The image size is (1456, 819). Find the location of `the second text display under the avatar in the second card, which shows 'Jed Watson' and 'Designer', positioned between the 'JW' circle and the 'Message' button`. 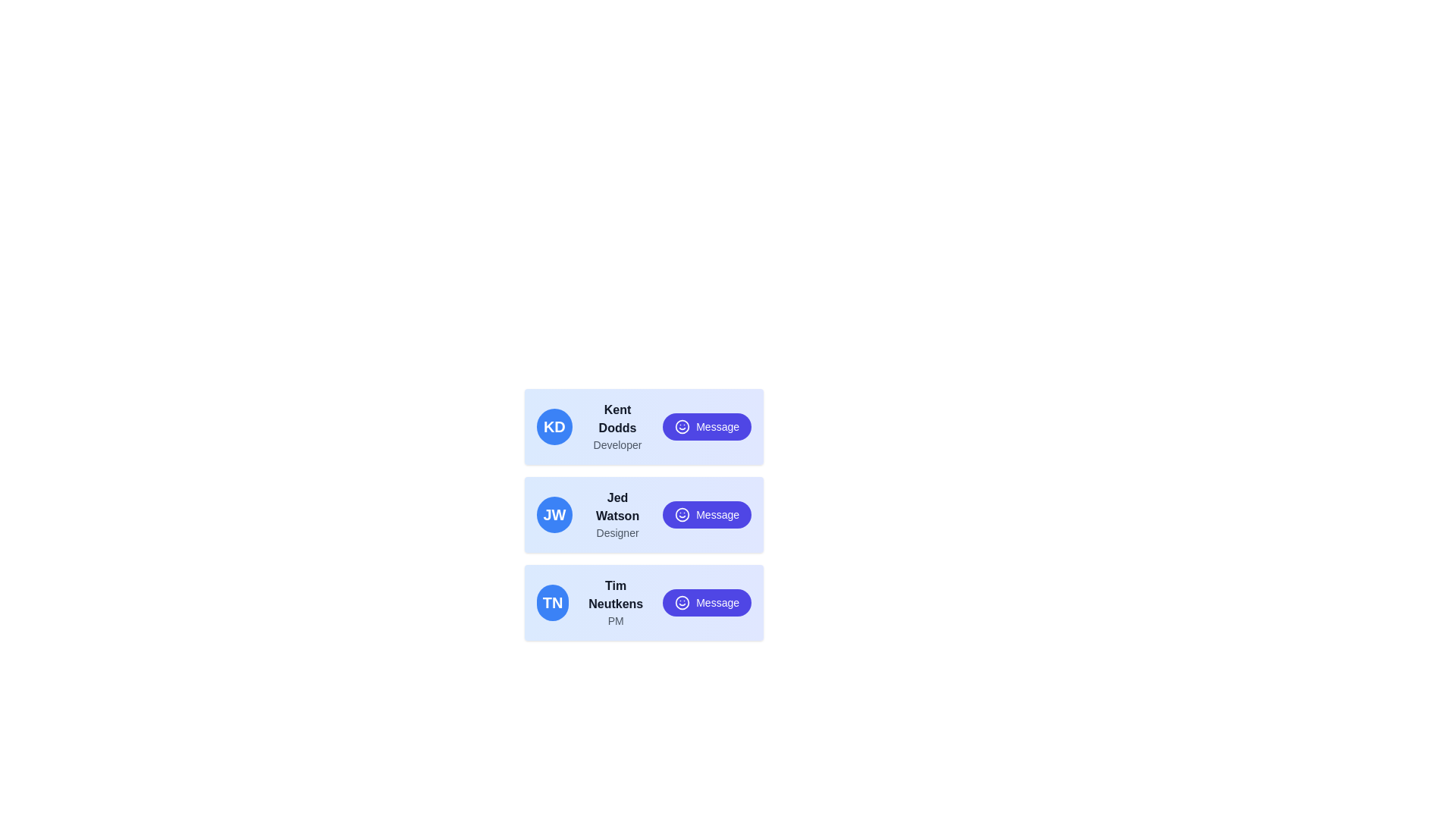

the second text display under the avatar in the second card, which shows 'Jed Watson' and 'Designer', positioned between the 'JW' circle and the 'Message' button is located at coordinates (617, 513).